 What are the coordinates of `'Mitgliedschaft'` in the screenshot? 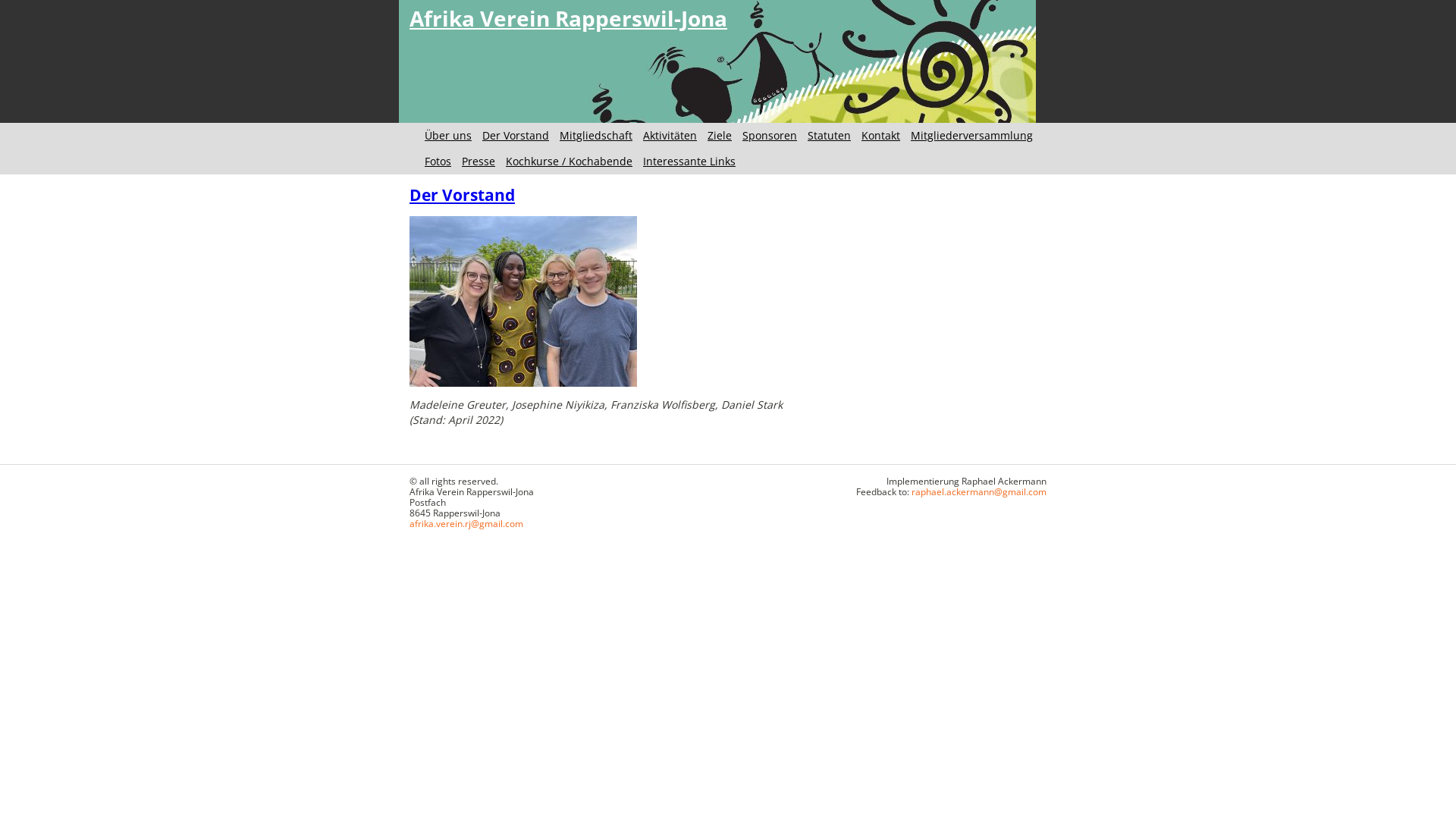 It's located at (595, 134).